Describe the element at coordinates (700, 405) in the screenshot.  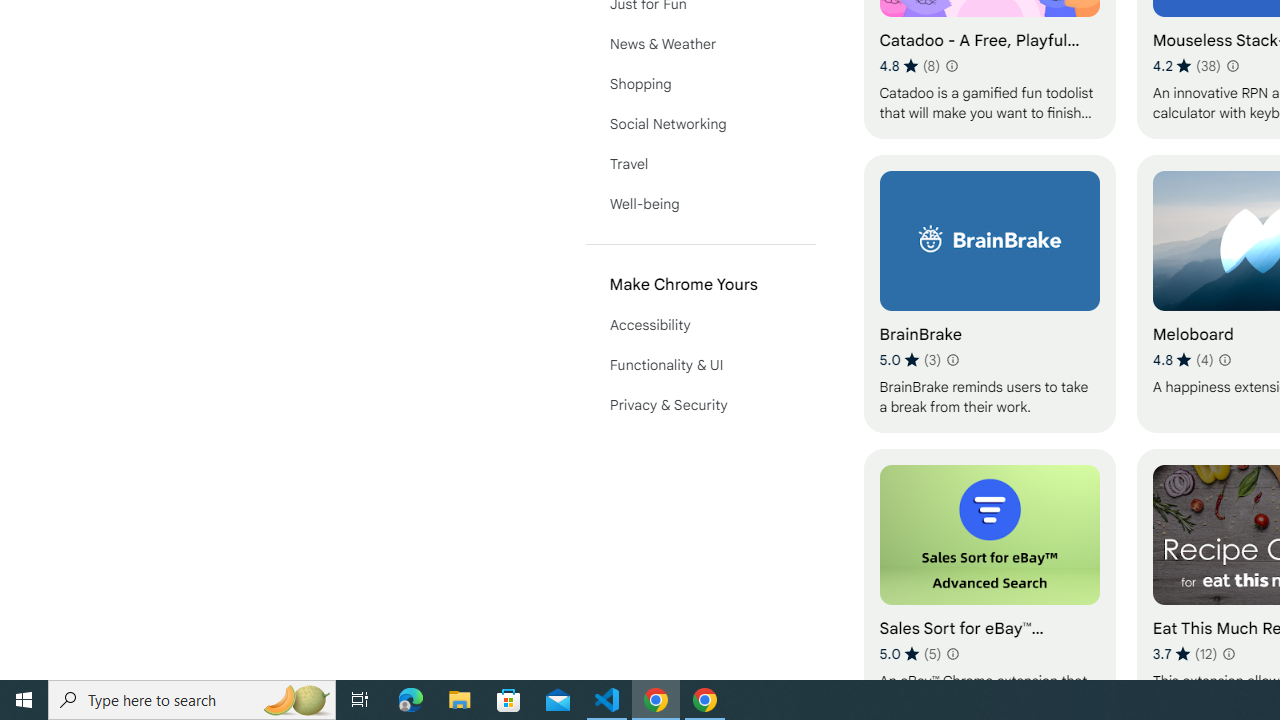
I see `'Privacy & Security'` at that location.